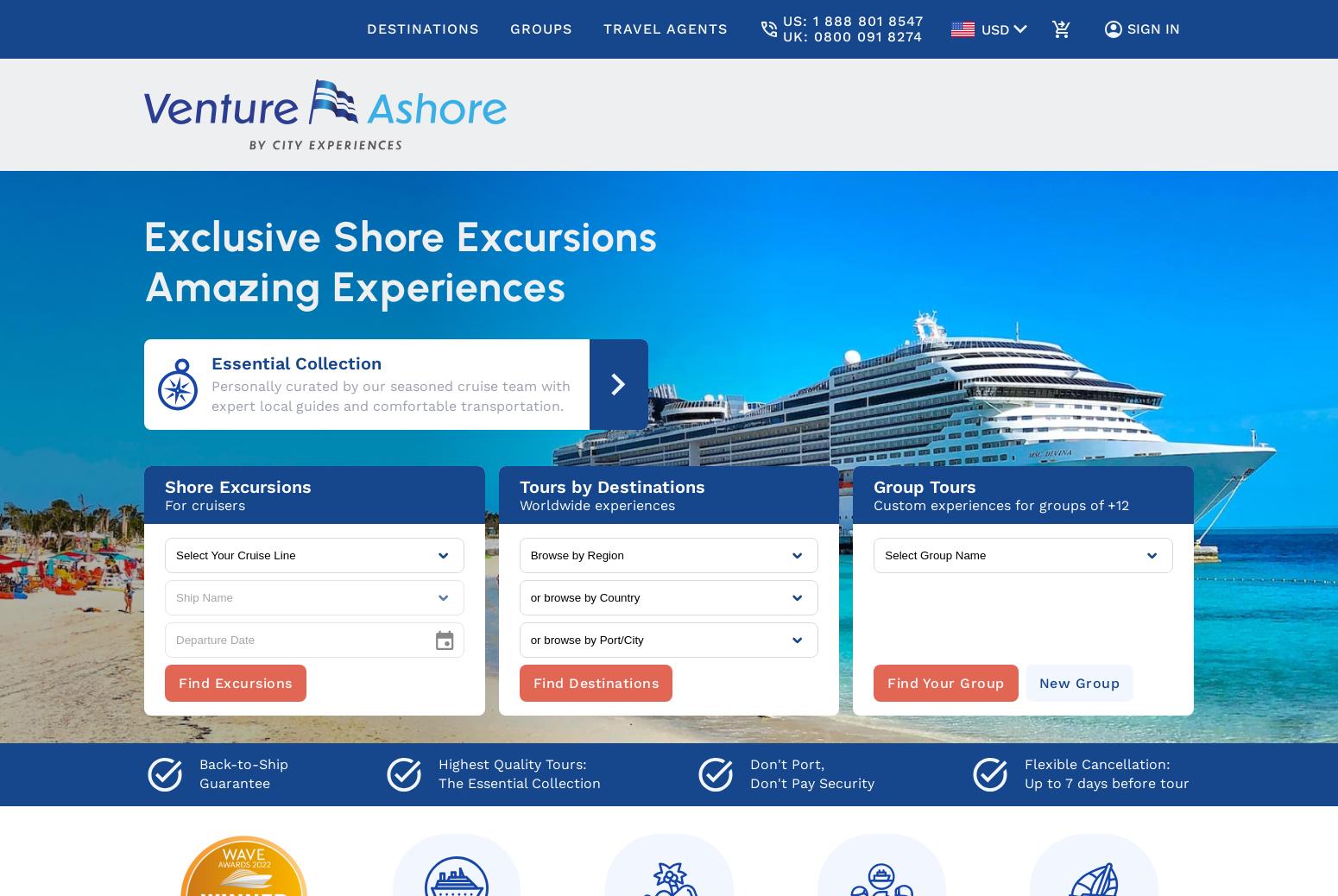  I want to click on 'Don't  Pay Security', so click(811, 783).